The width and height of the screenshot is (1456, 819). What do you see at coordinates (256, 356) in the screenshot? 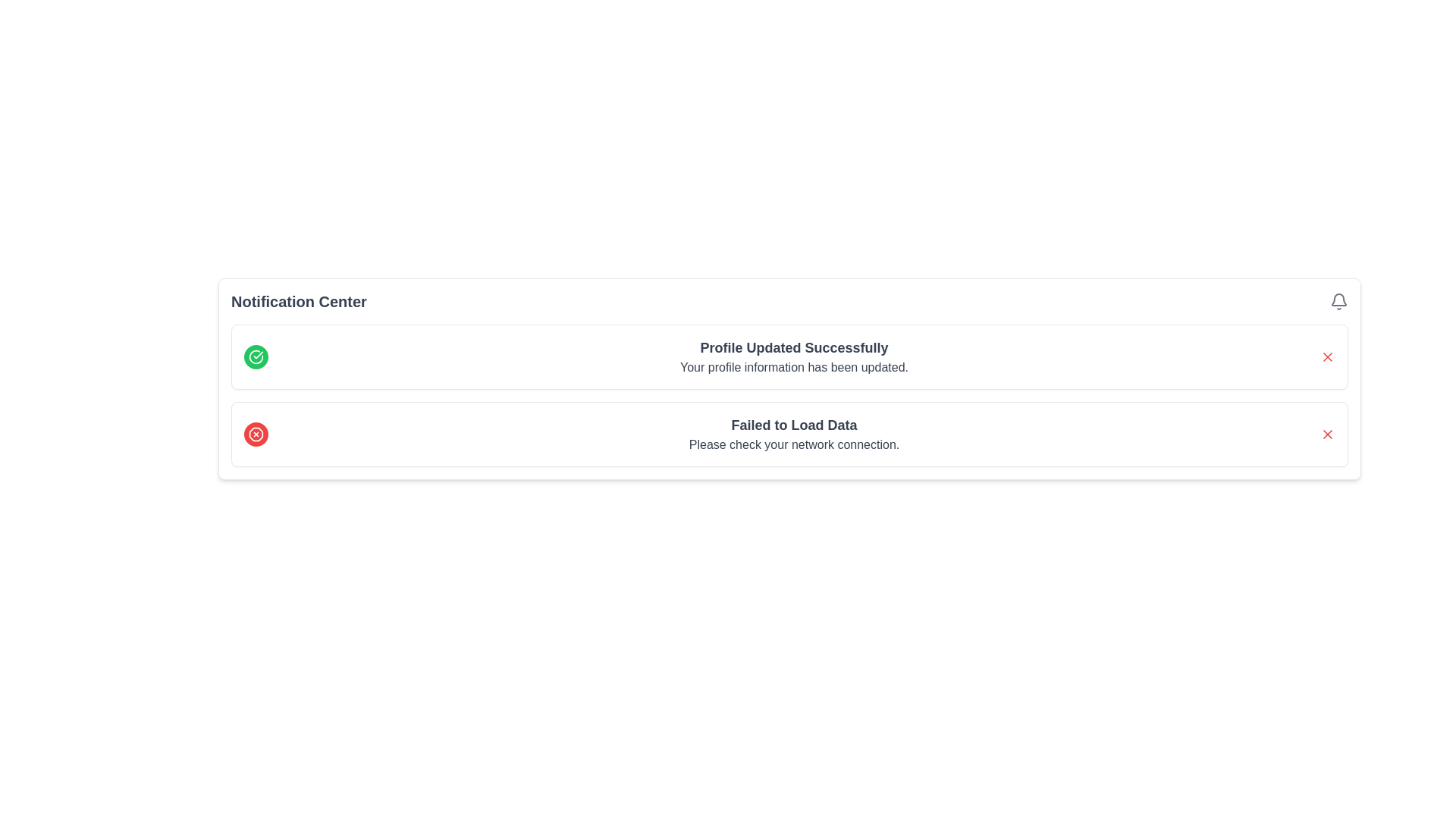
I see `the circular green Status indicator icon with a white checkmark, located to the left of the 'Profile Updated Successfully' notification in the notification center` at bounding box center [256, 356].